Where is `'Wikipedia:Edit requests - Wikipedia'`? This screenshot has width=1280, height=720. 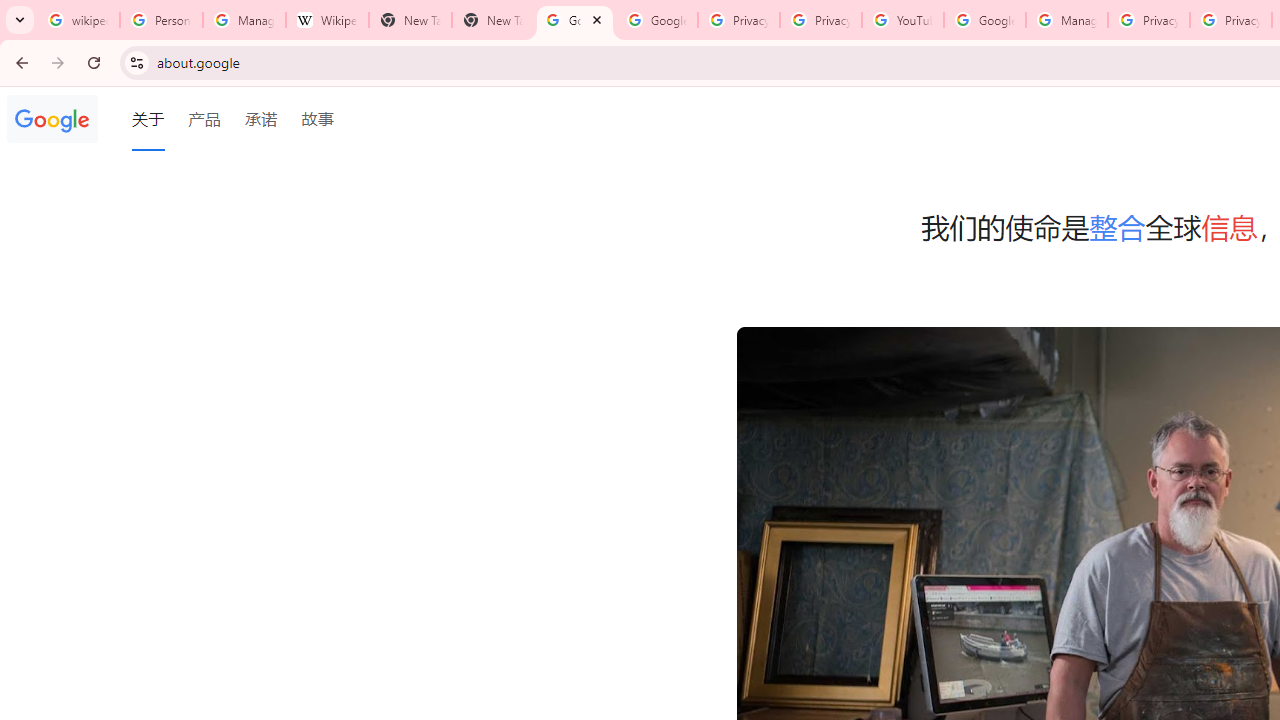
'Wikipedia:Edit requests - Wikipedia' is located at coordinates (327, 20).